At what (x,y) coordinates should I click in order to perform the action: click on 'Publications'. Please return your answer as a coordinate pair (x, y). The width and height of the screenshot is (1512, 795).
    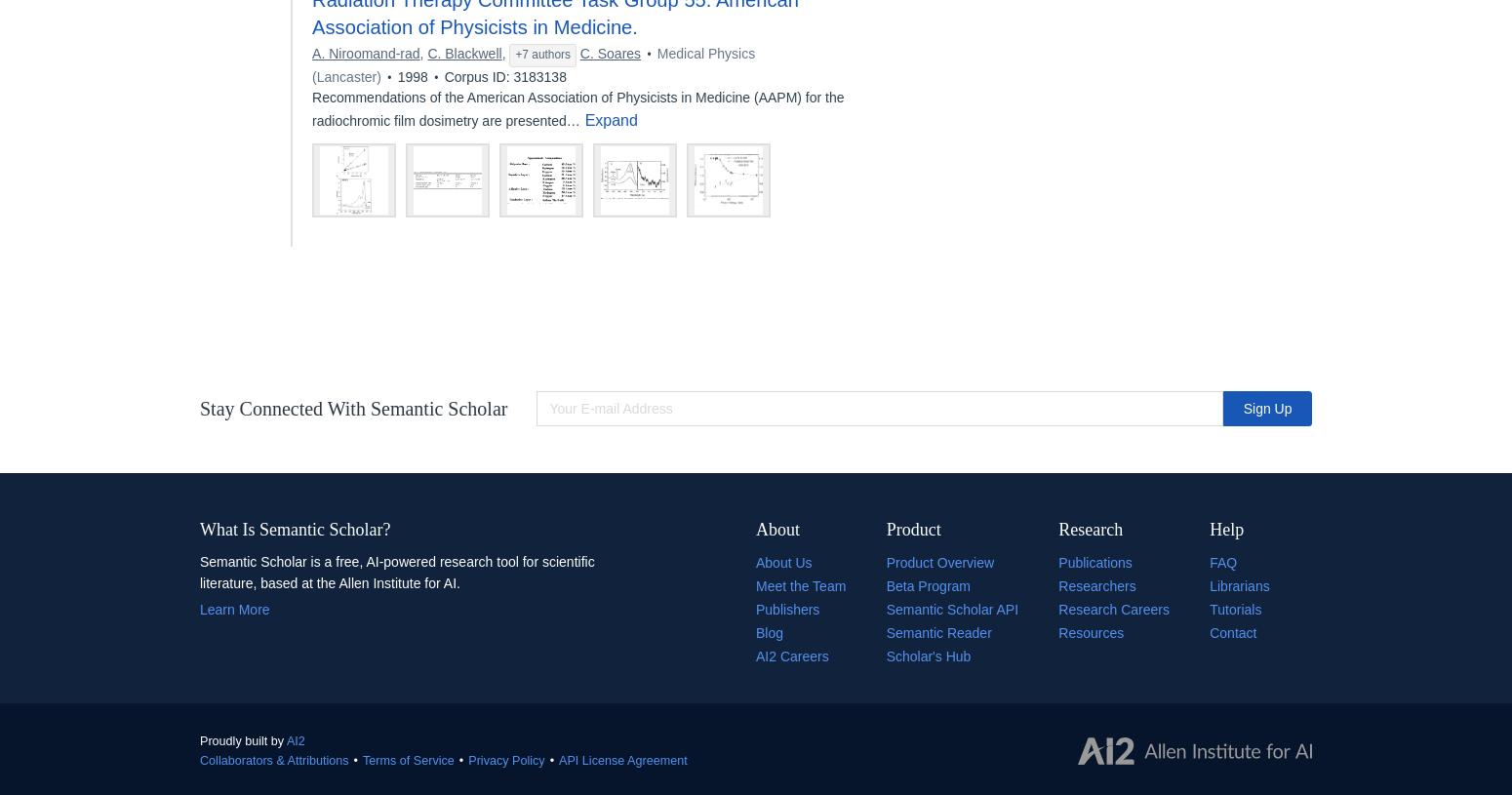
    Looking at the image, I should click on (1094, 560).